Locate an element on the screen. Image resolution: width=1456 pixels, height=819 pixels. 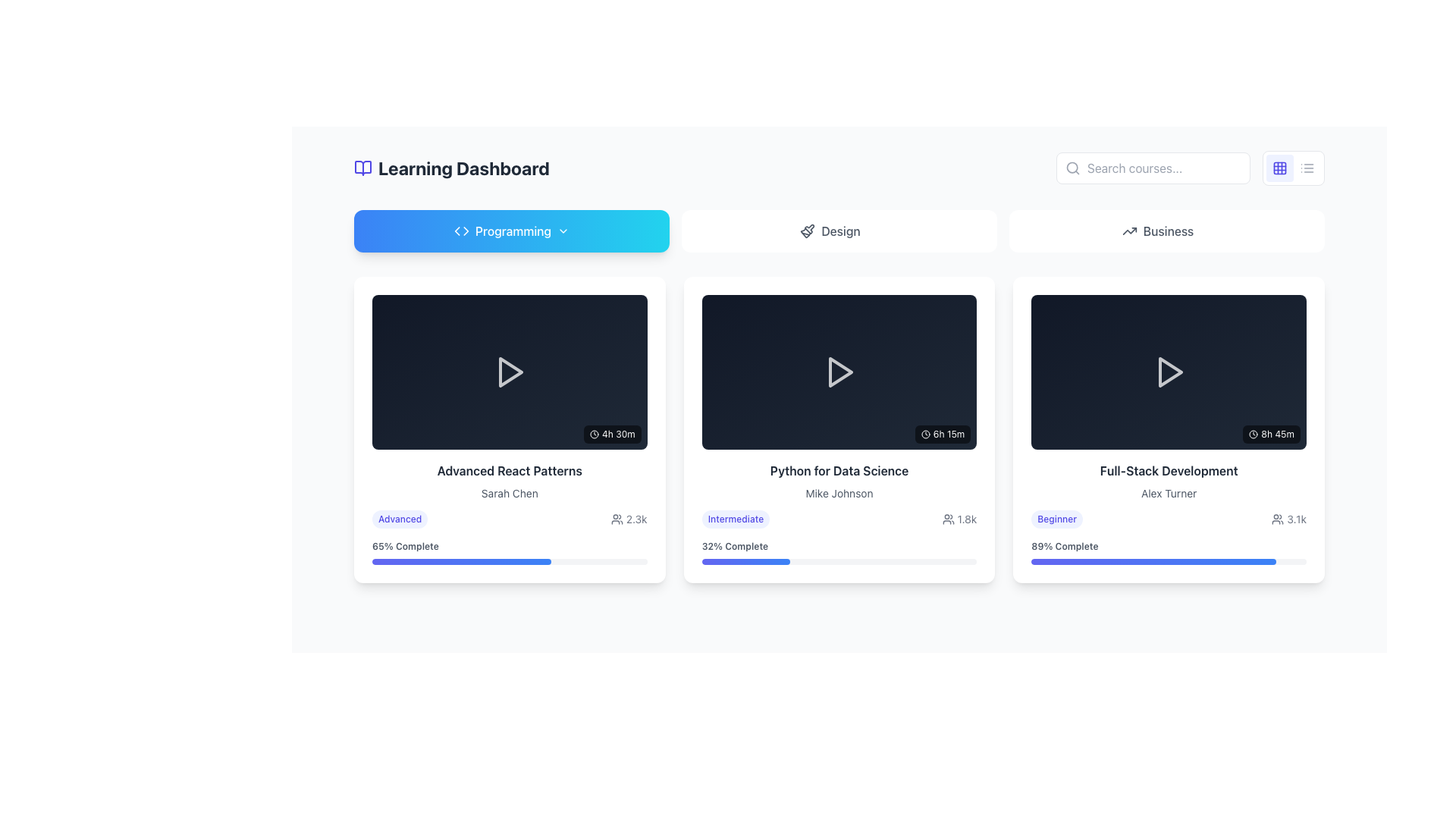
the toggle button located in the top-right corner of the interface to switch to a list-view layout is located at coordinates (1306, 168).